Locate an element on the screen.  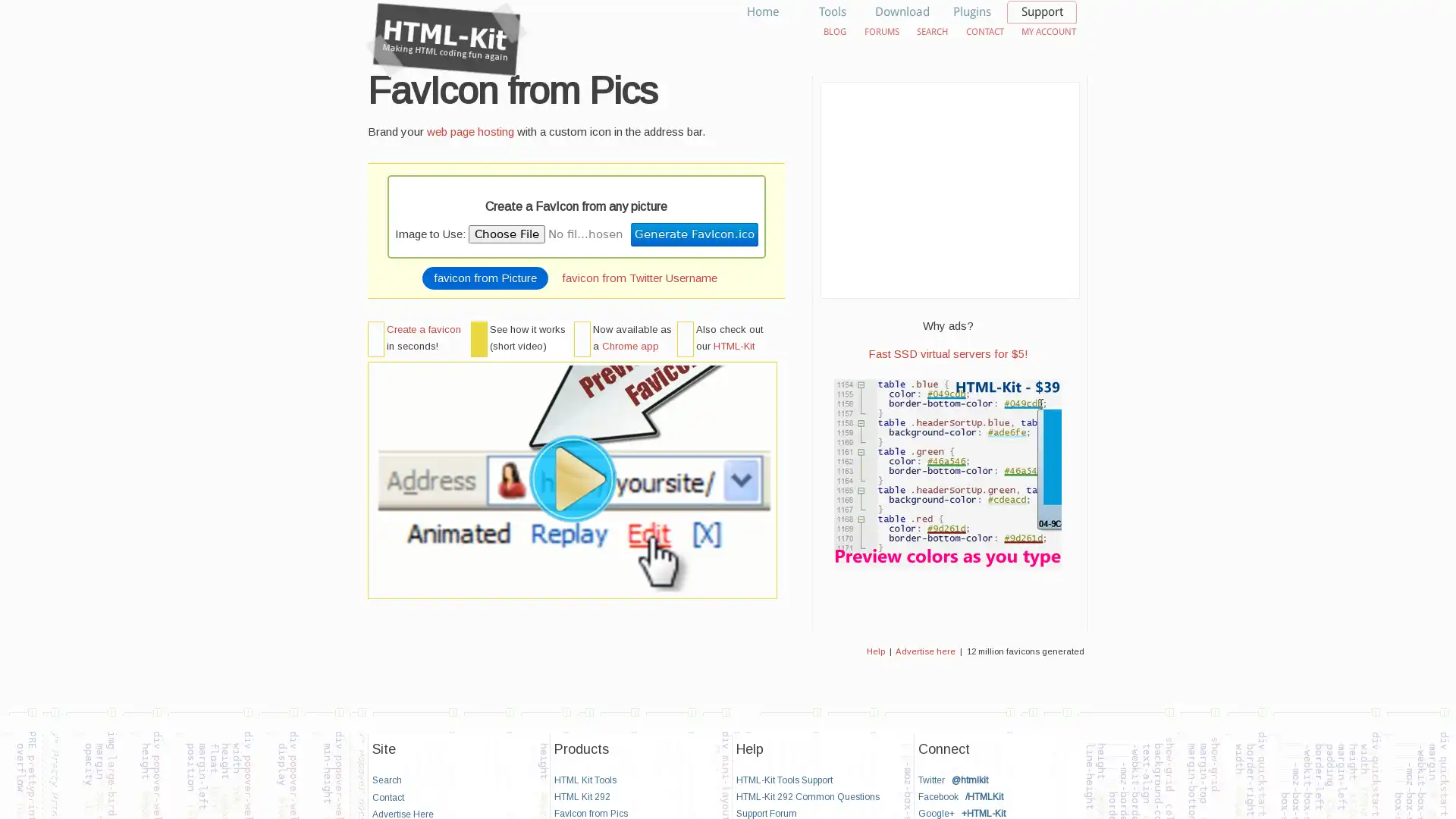
Choose File is located at coordinates (506, 234).